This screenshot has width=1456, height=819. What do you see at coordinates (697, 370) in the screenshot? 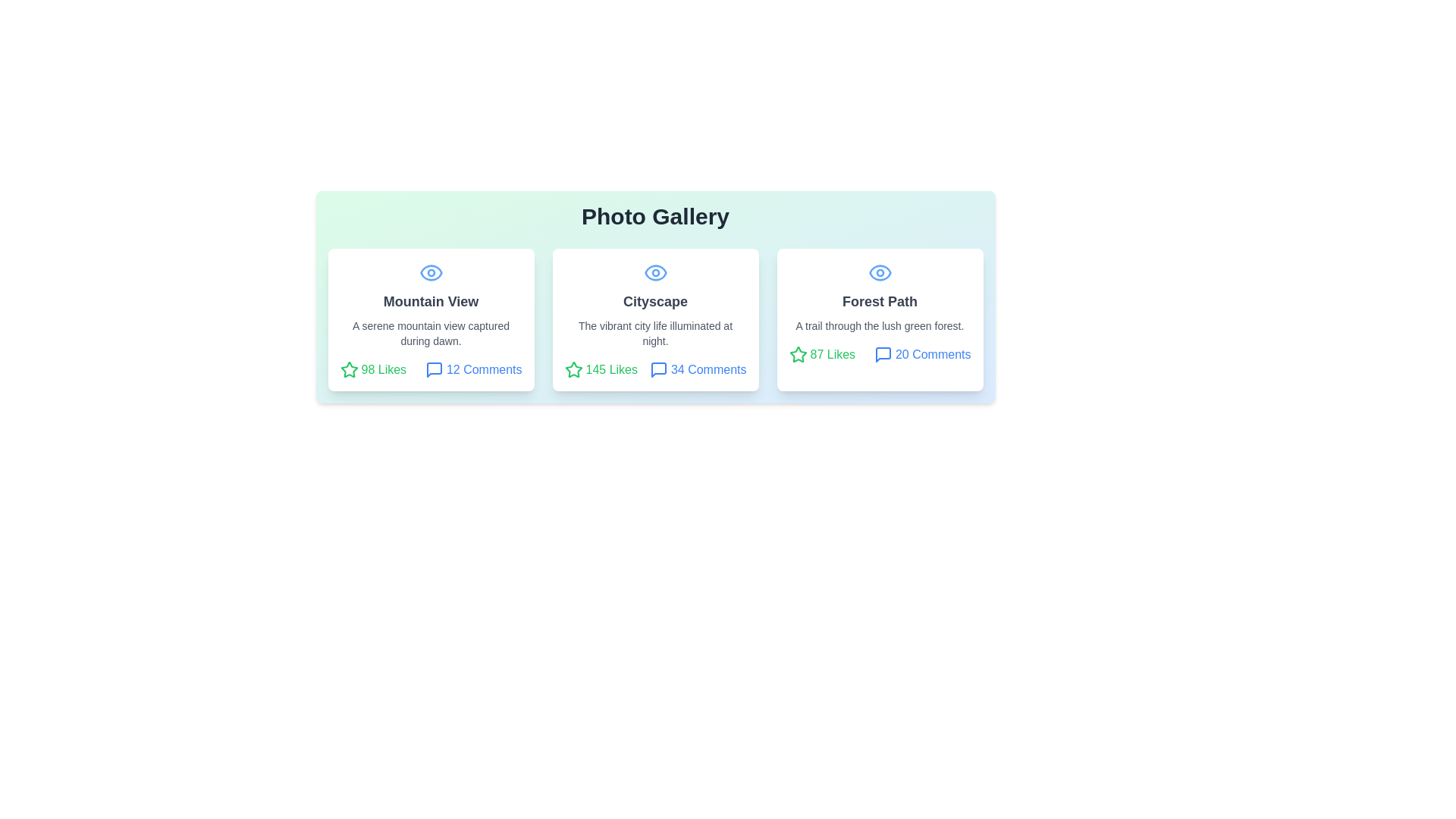
I see `the comments count for the photo titled Cityscape` at bounding box center [697, 370].